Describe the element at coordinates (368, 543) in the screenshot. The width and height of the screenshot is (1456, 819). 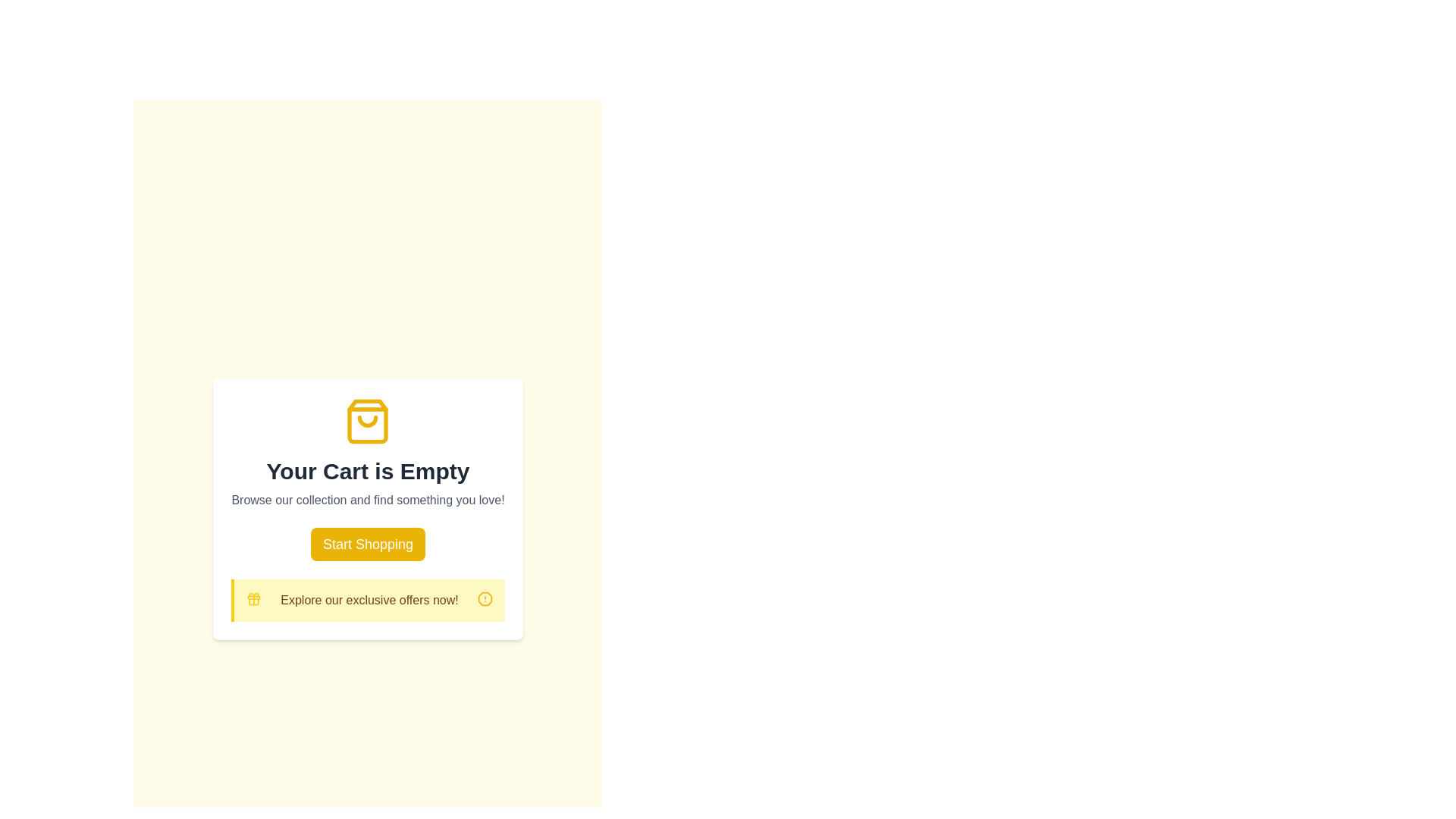
I see `the bright yellow 'Start Shopping' button with rounded corners to trigger visual feedback` at that location.